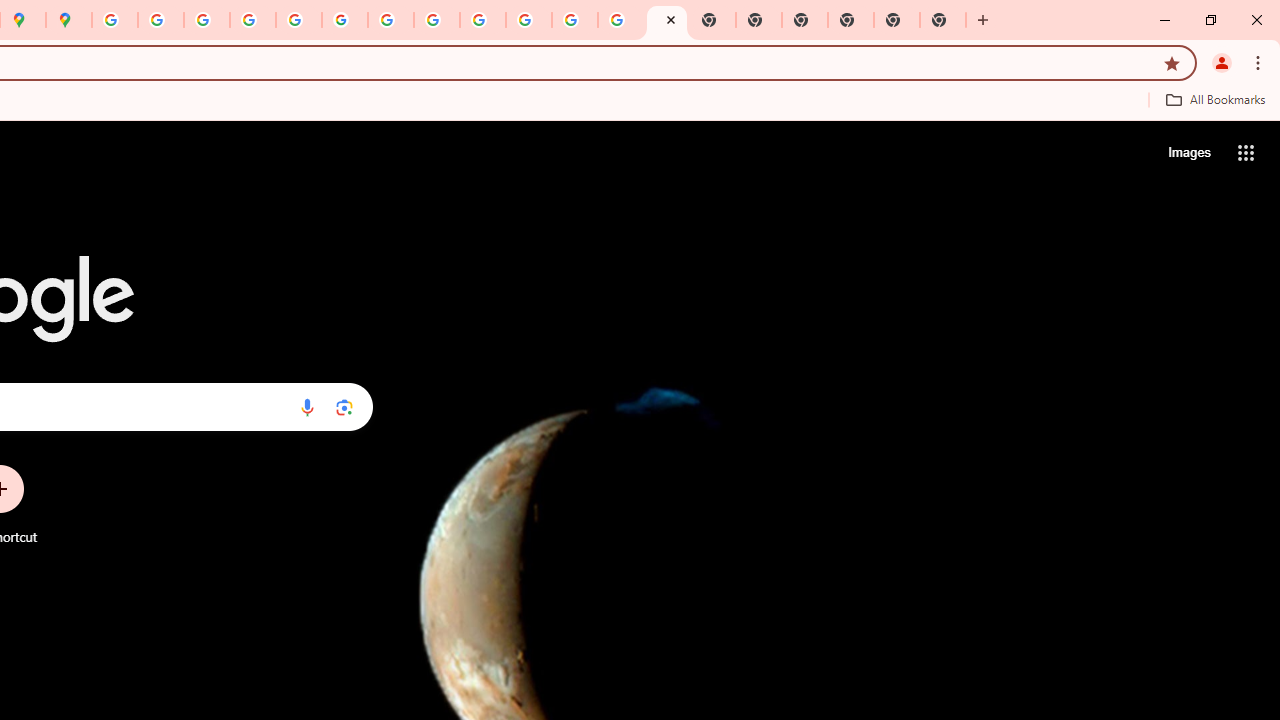 This screenshot has width=1280, height=720. Describe the element at coordinates (942, 20) in the screenshot. I see `'New Tab'` at that location.